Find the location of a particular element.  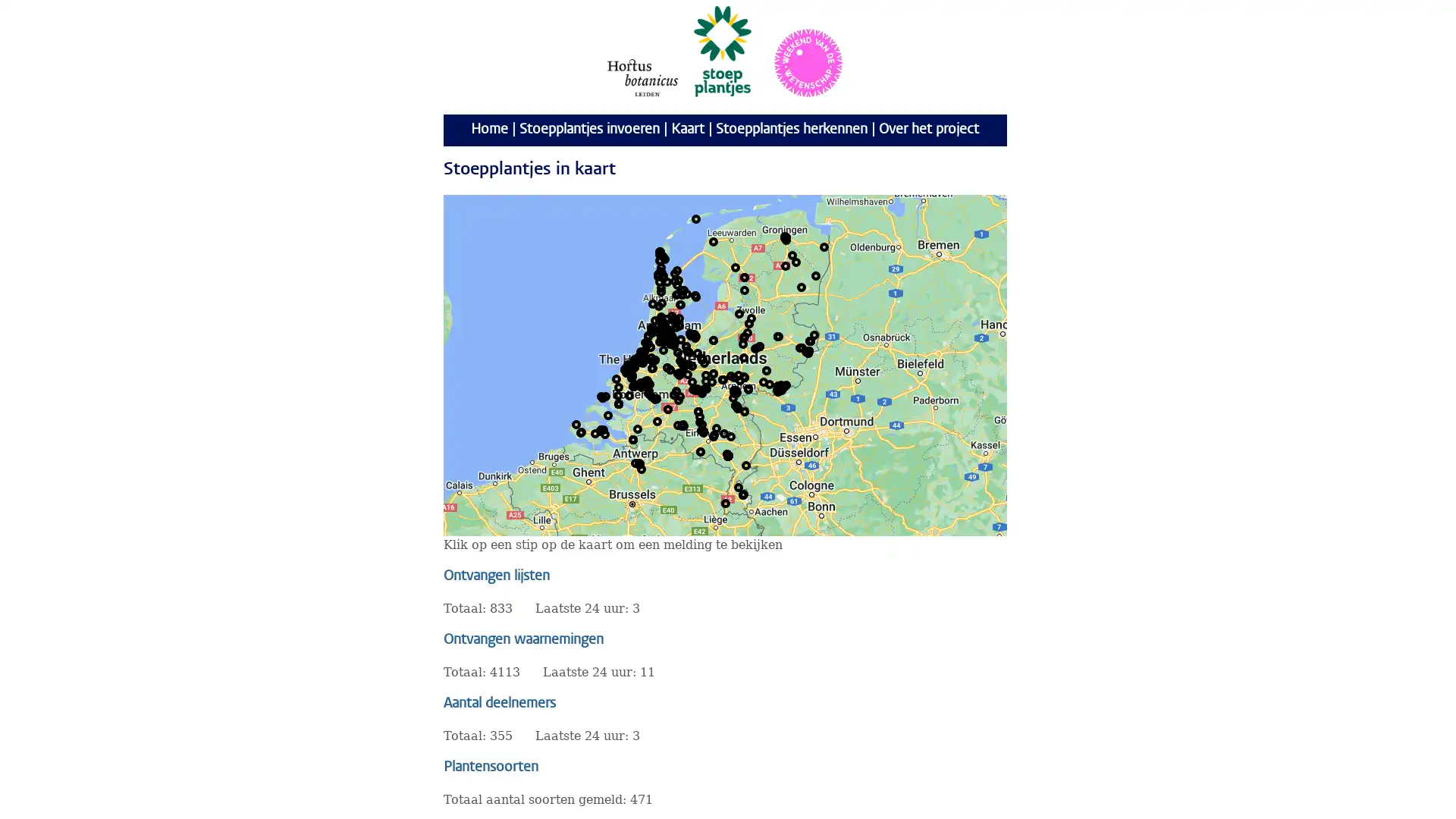

Telling van op 27 februari 2022 is located at coordinates (654, 397).